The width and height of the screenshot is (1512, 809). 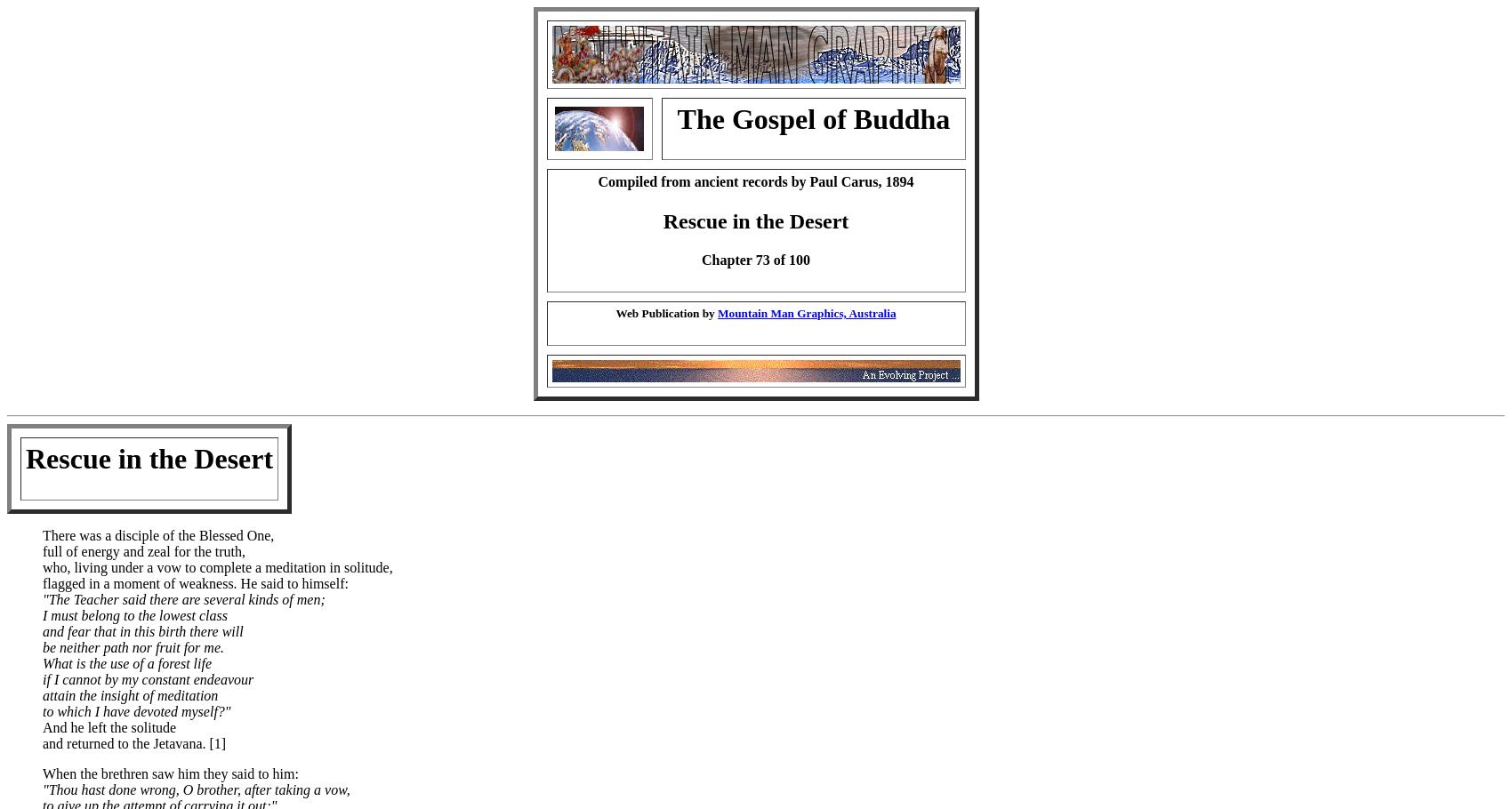 I want to click on 'to which  I  have devoted  myself?"', so click(x=135, y=709).